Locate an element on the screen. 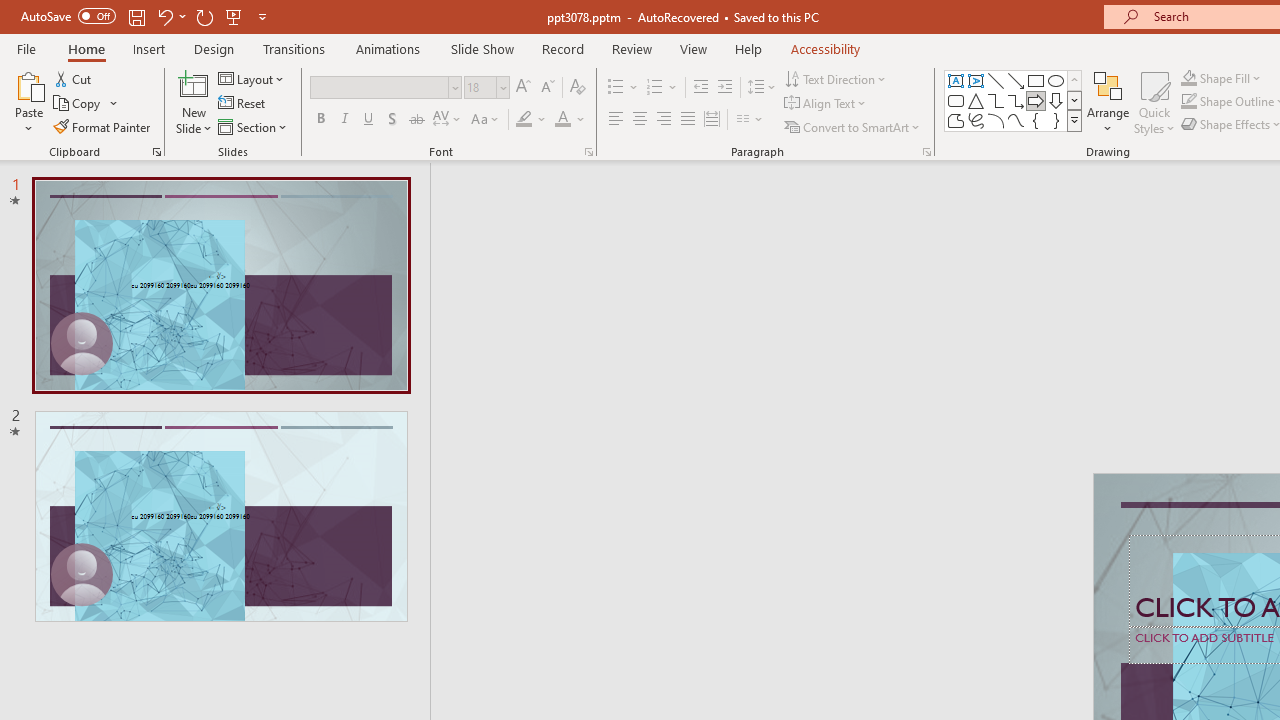 This screenshot has height=720, width=1280. 'Shape Outline Green, Accent 1' is located at coordinates (1189, 101).